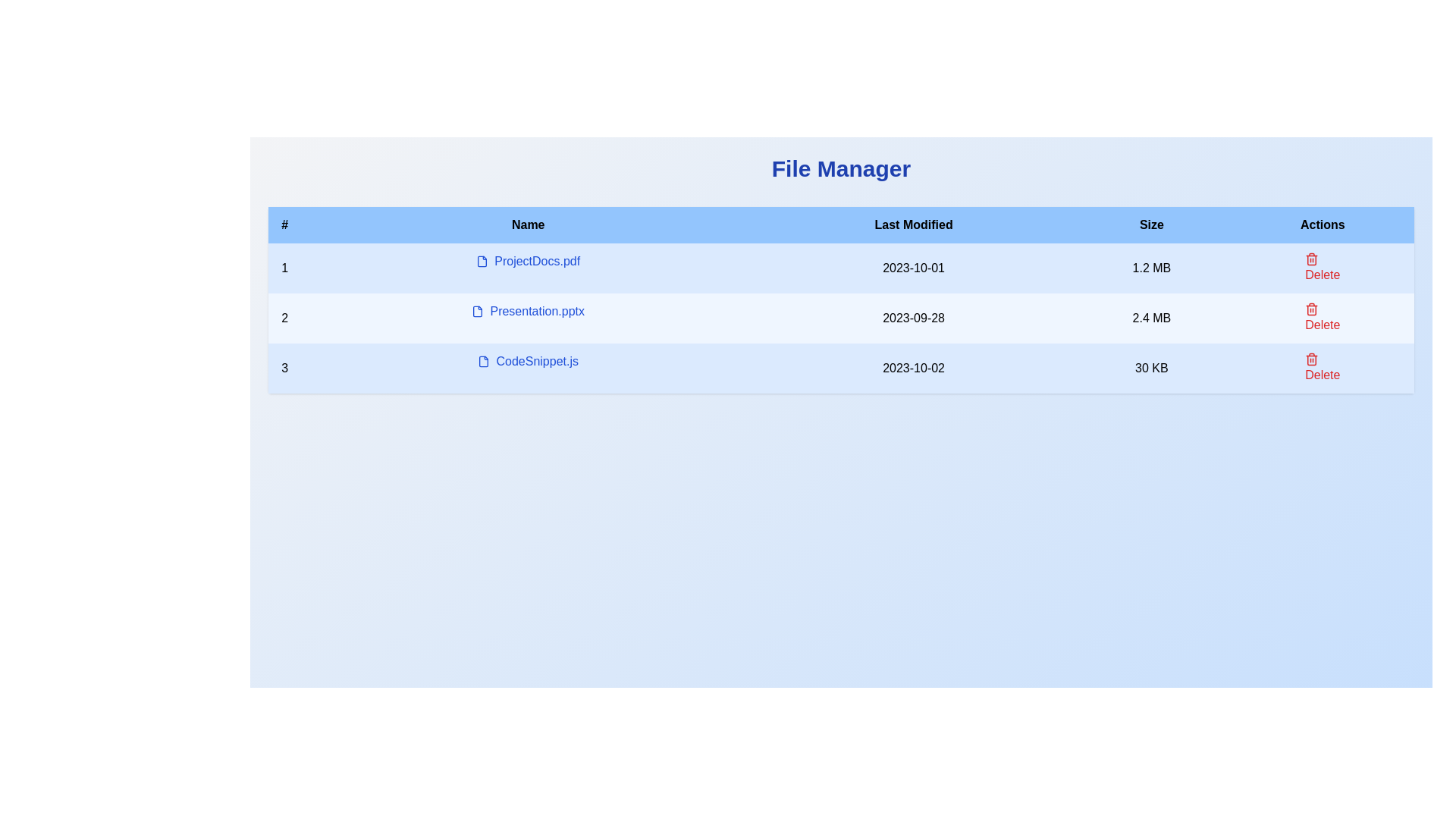  What do you see at coordinates (840, 369) in the screenshot?
I see `on the third table row representing a file entry in the file manager` at bounding box center [840, 369].